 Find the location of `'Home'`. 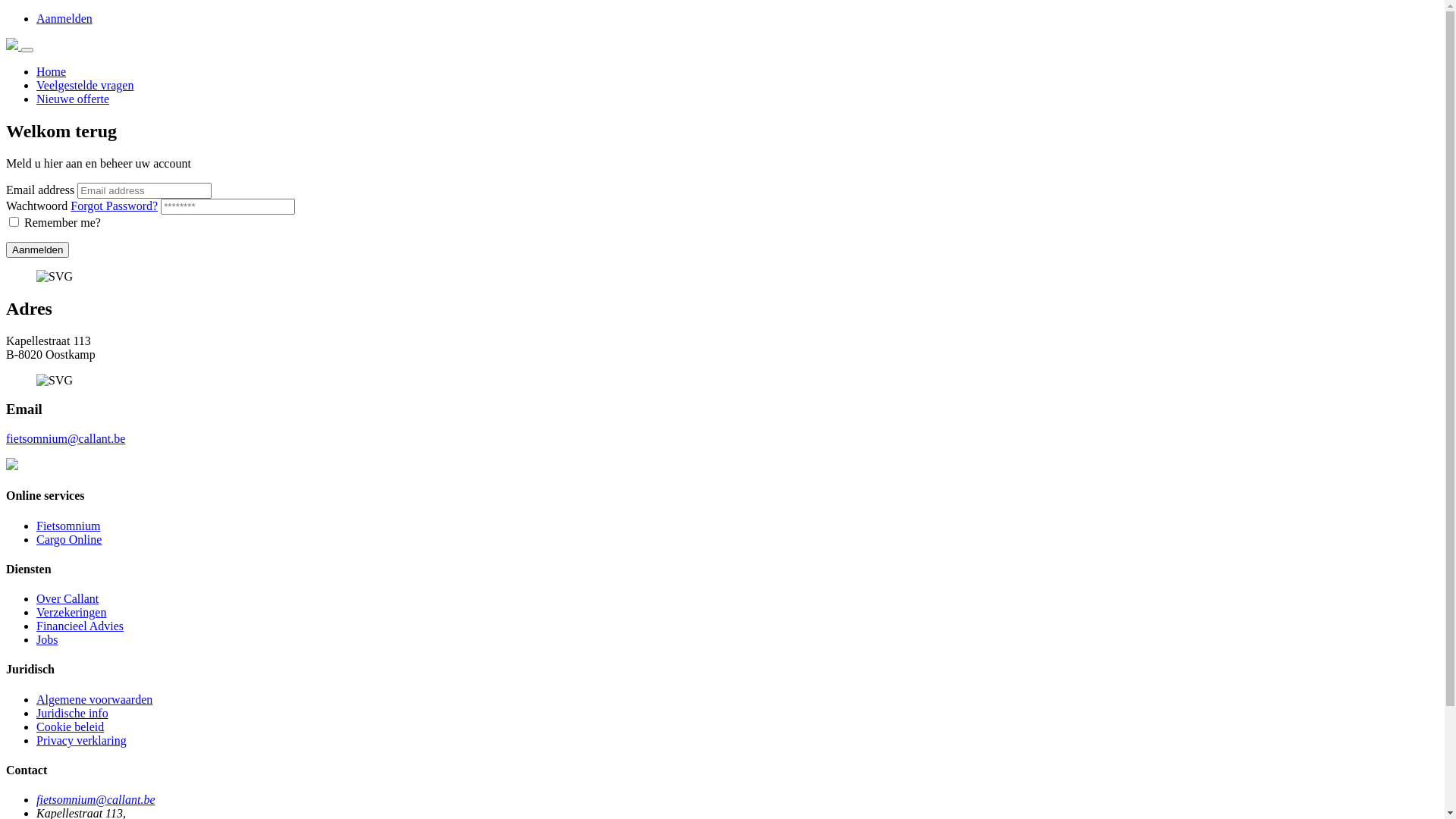

'Home' is located at coordinates (51, 71).